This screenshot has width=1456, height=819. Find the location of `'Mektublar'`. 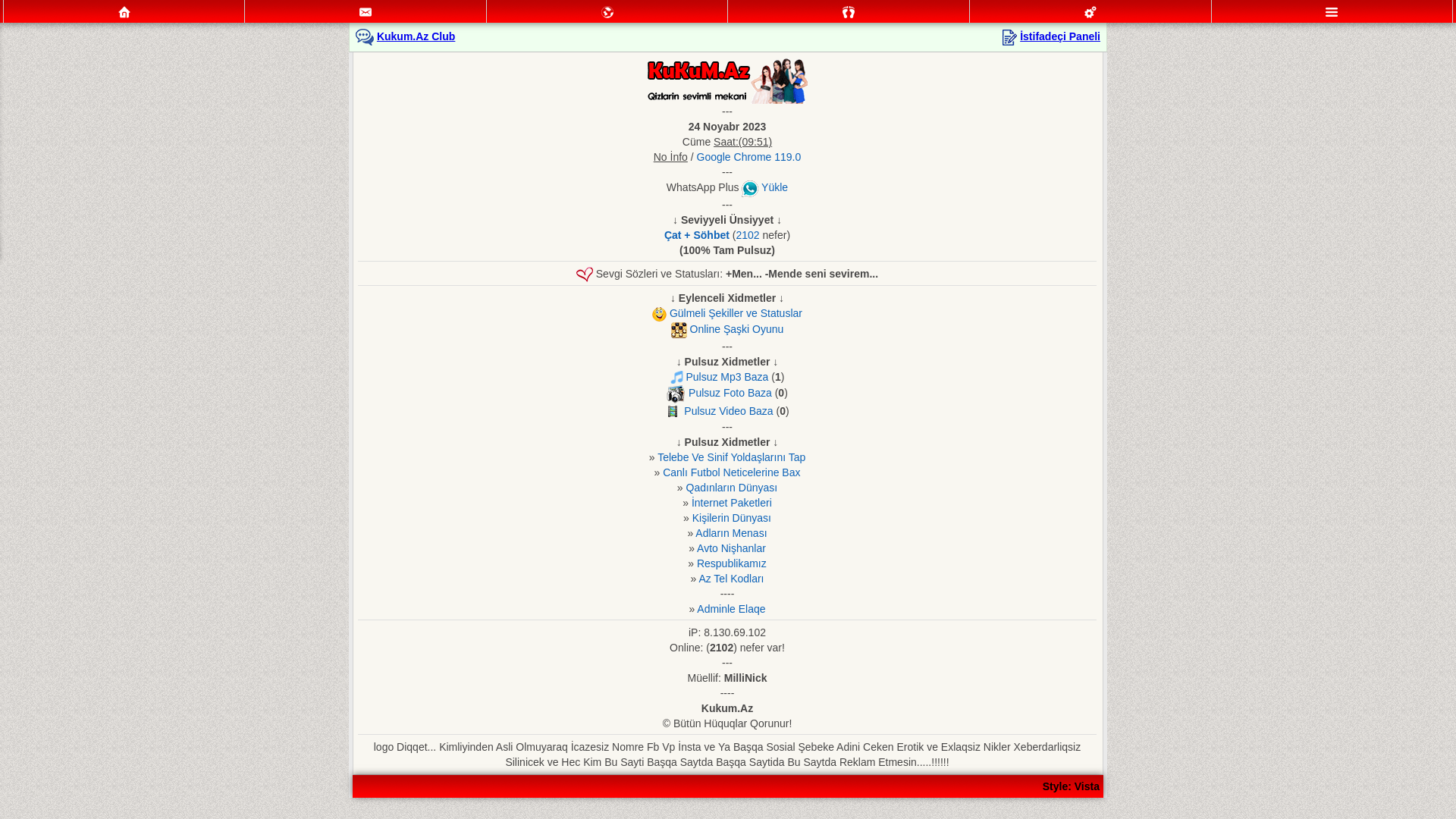

'Mektublar' is located at coordinates (600, 11).